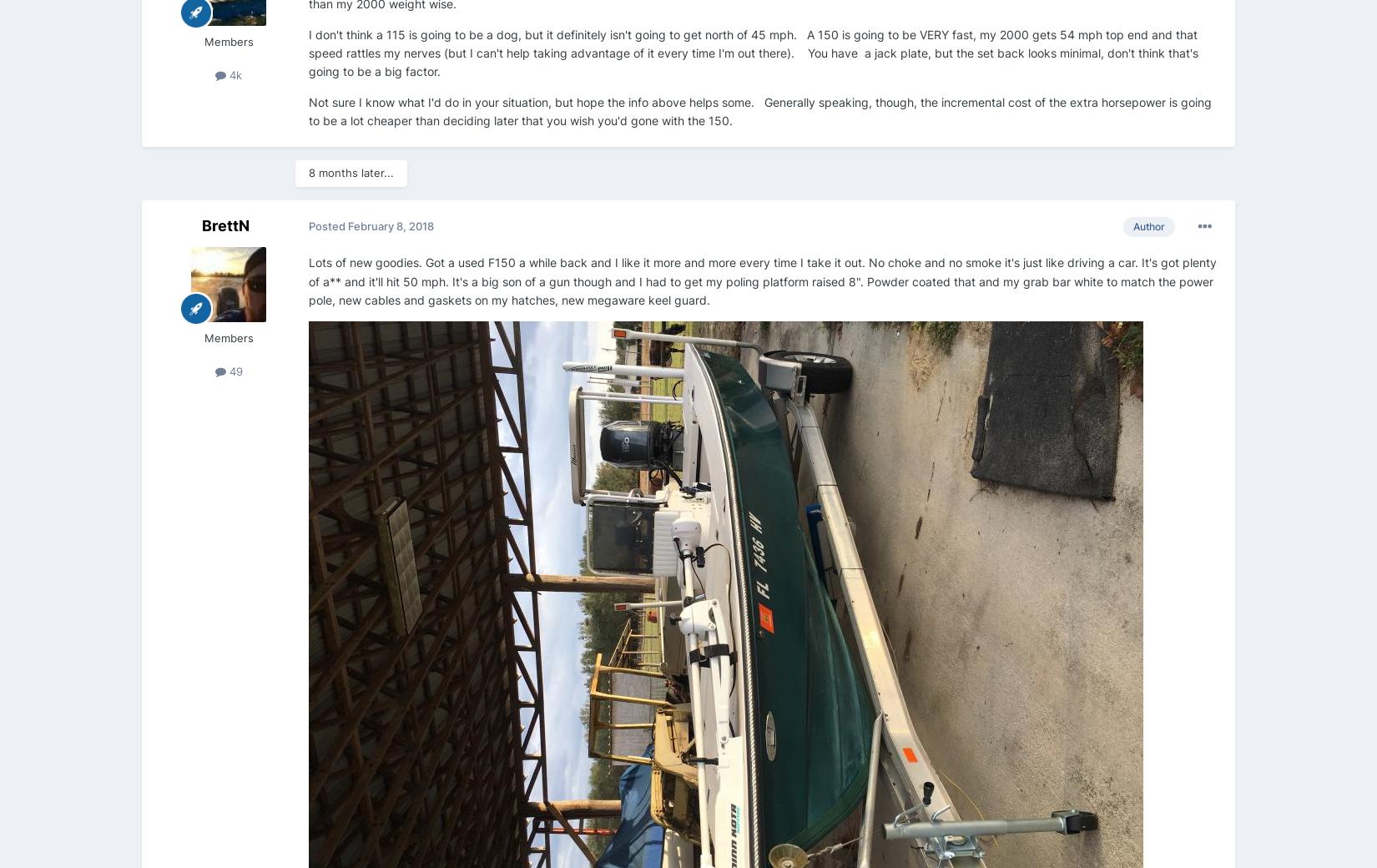  I want to click on 'Lots of new goodies. Got a used F150 a while back and I like it more and more every time I take it out. No choke and no smoke it's just like driving a car. It's got plenty of a** and it'll hit 50 mph. It's a big son of a gun though and I had to get my poling platform raised 8". Powder coated that and my grab bar white to match the power pole, new cables and gaskets on my hatches, new megaware keel guard.', so click(762, 280).